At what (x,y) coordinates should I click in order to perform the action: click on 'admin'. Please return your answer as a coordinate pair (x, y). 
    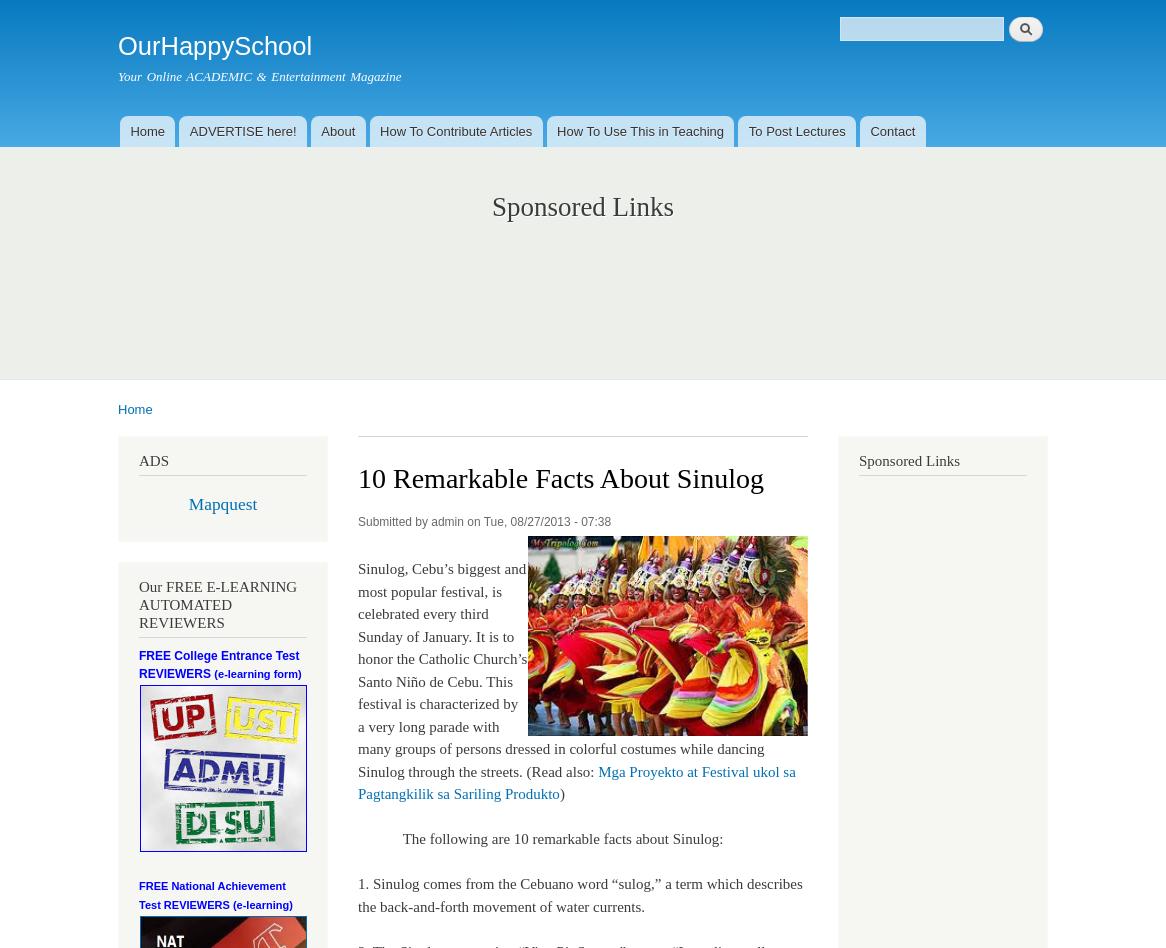
    Looking at the image, I should click on (446, 521).